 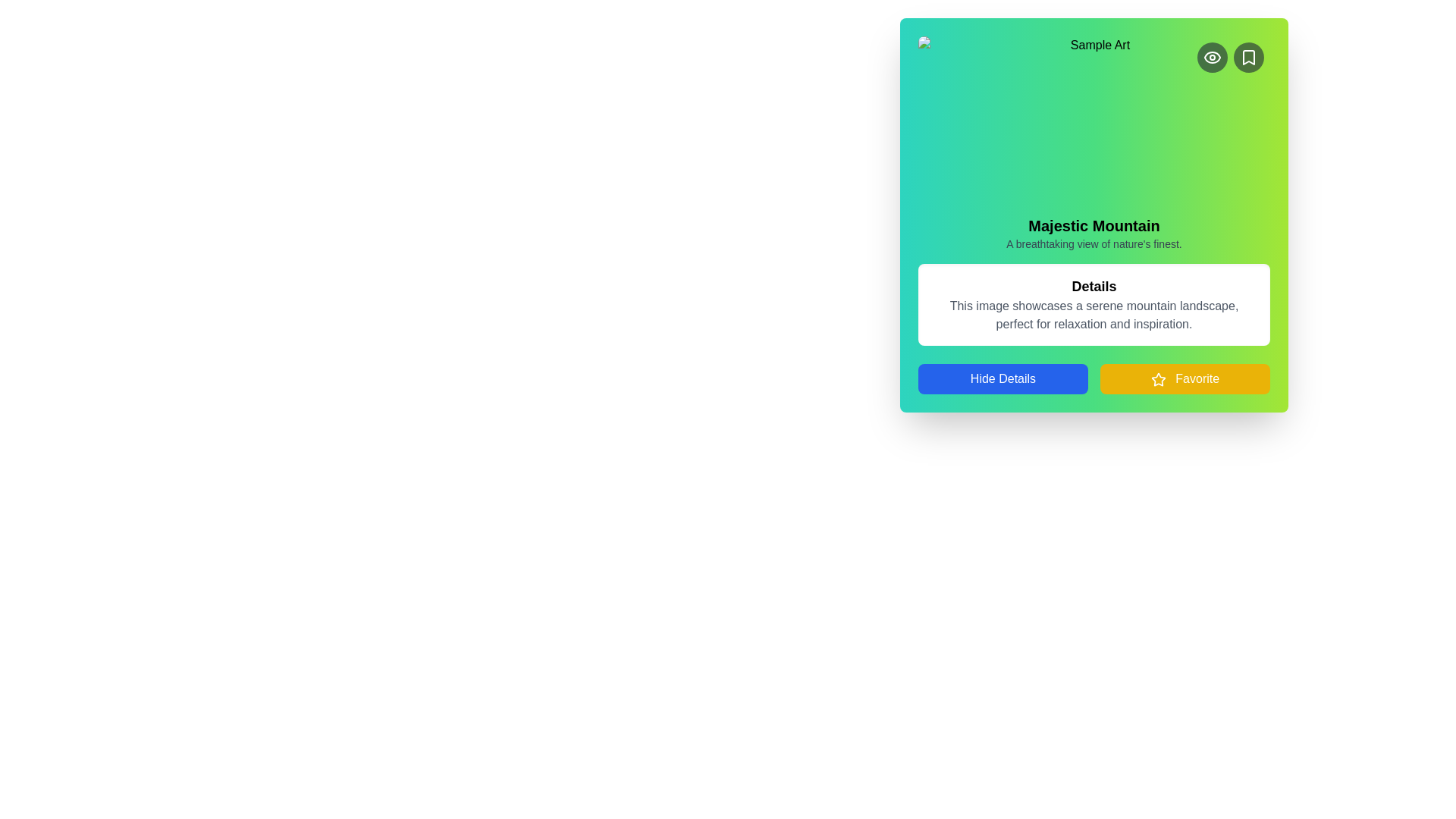 I want to click on the bookmarking icon located at the top-right of the card, so click(x=1248, y=57).